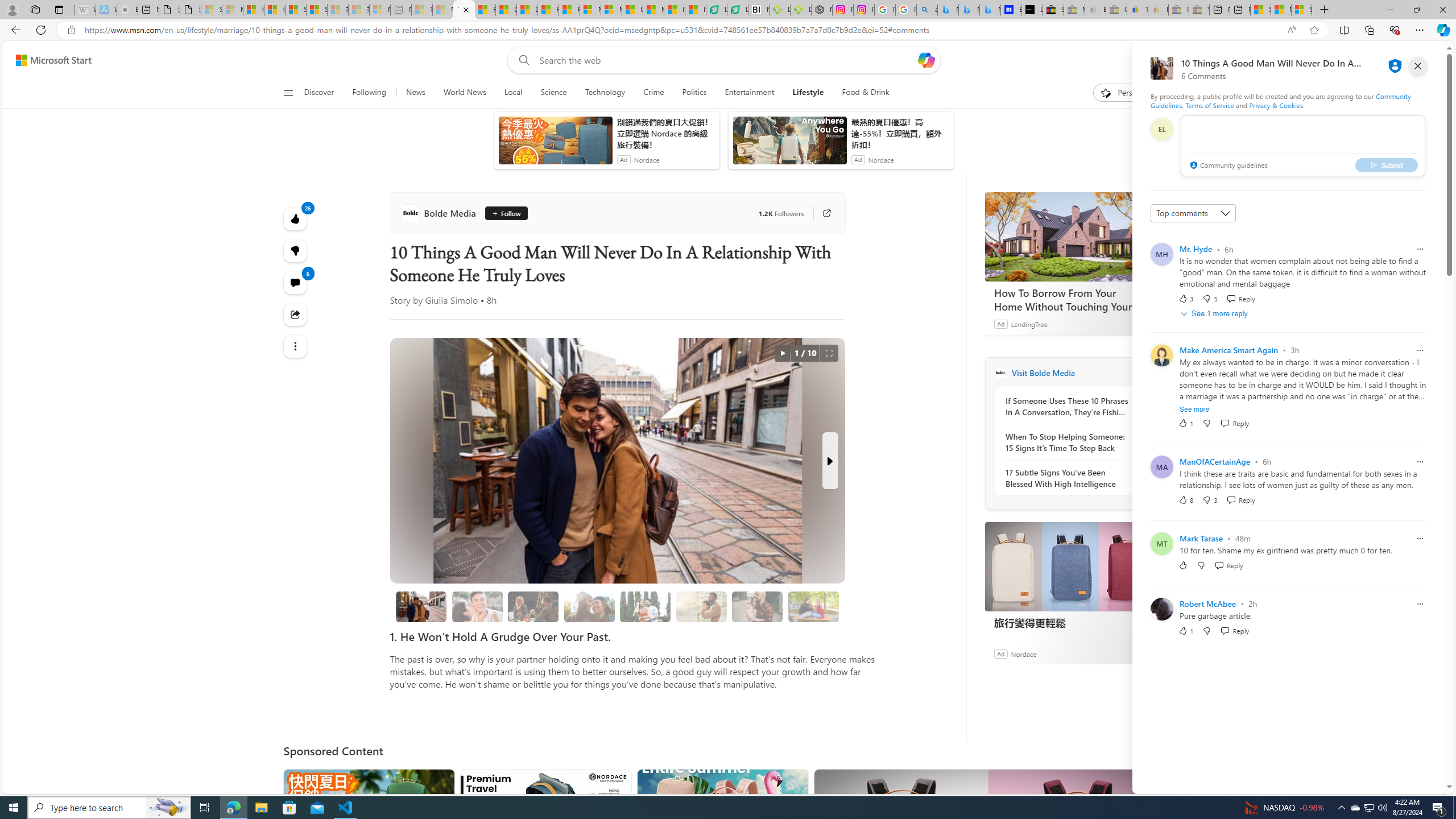  Describe the element at coordinates (295, 282) in the screenshot. I see `'View comments 6 Comment'` at that location.